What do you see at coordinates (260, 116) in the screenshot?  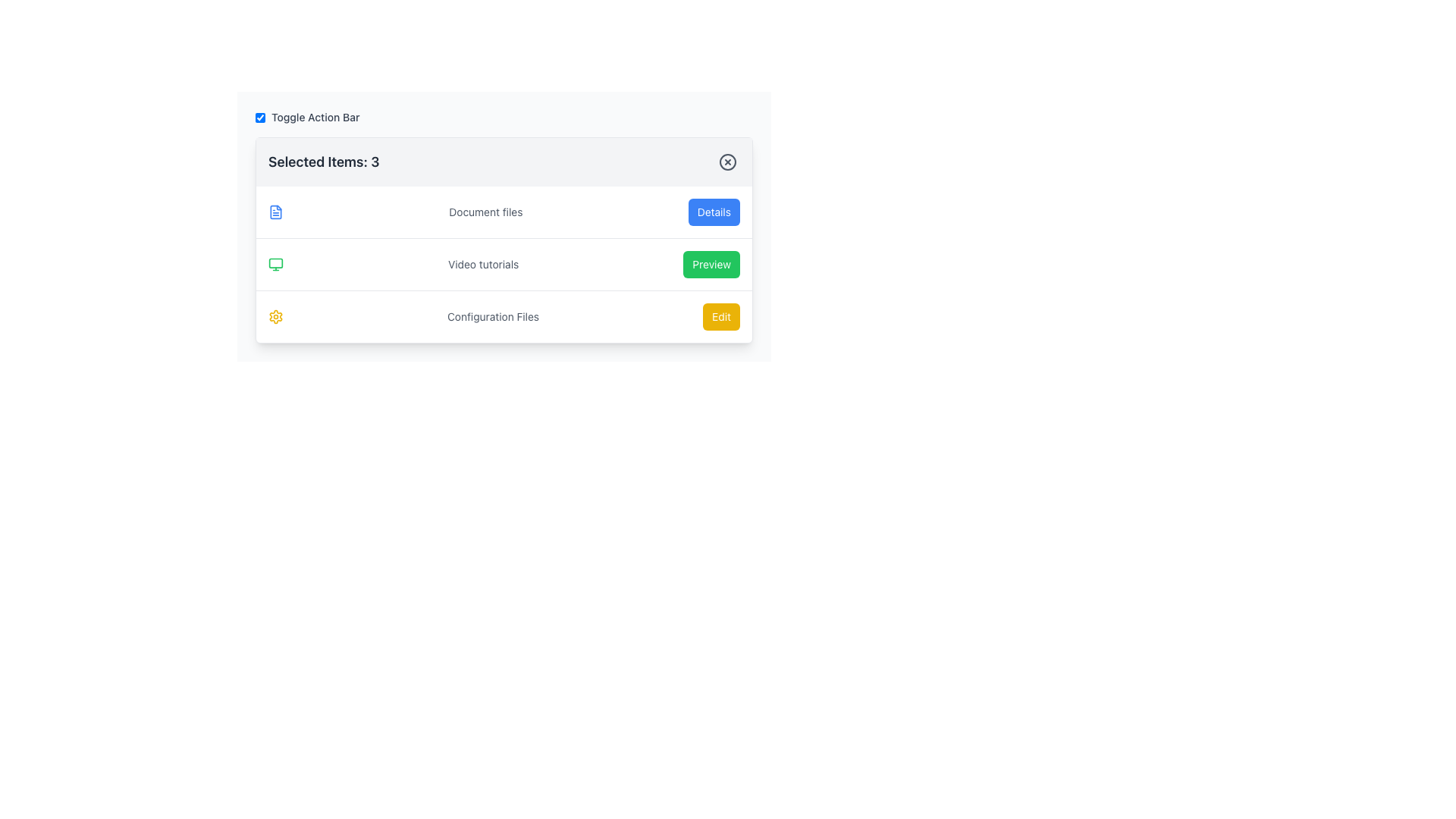 I see `the checkbox located next to the label 'Toggle Action Bar' to change its appearance` at bounding box center [260, 116].